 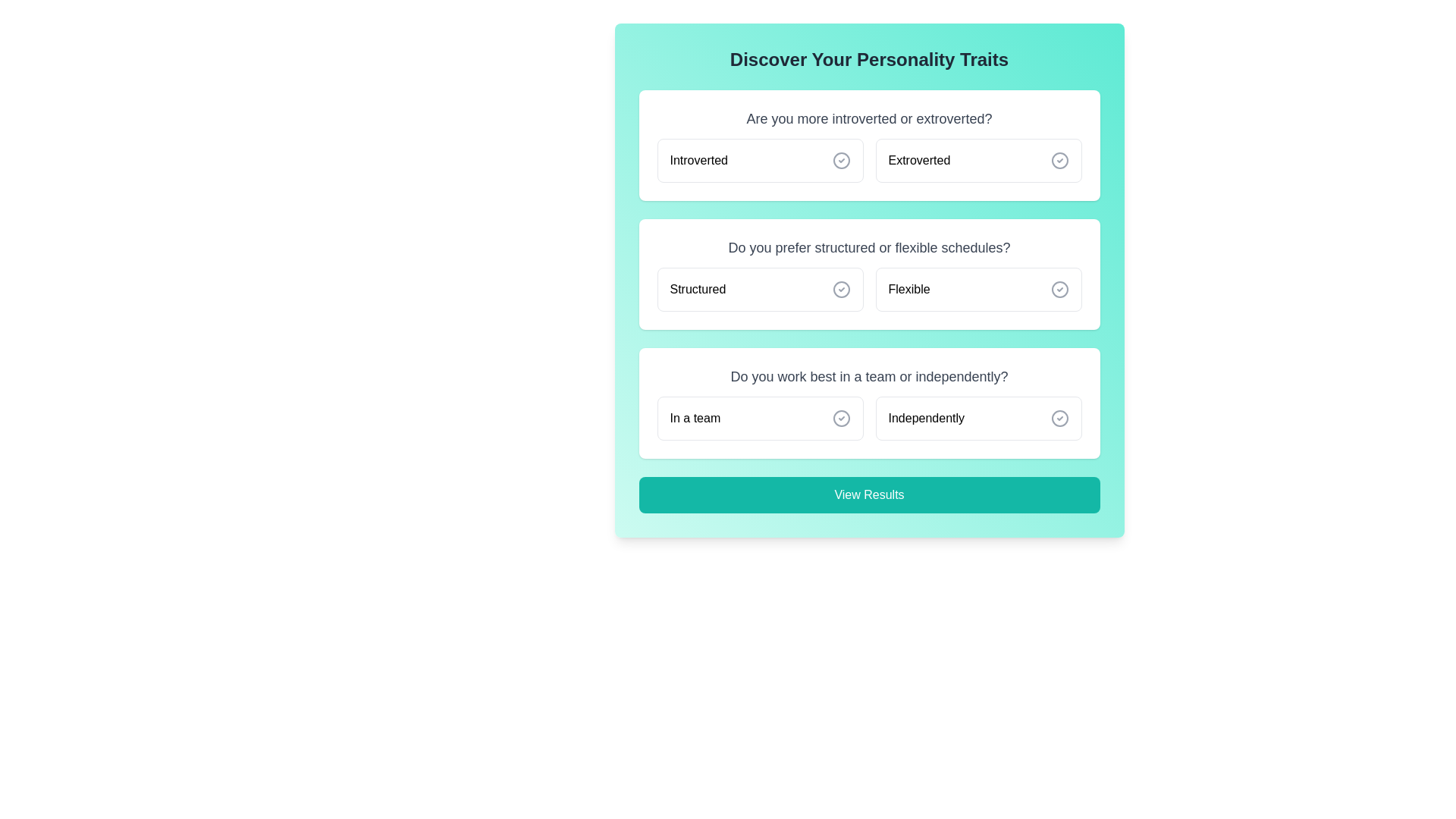 What do you see at coordinates (925, 418) in the screenshot?
I see `text label displaying 'Independently' located on the far right side of the option group for the question 'Do you work best in a team or independently?'` at bounding box center [925, 418].